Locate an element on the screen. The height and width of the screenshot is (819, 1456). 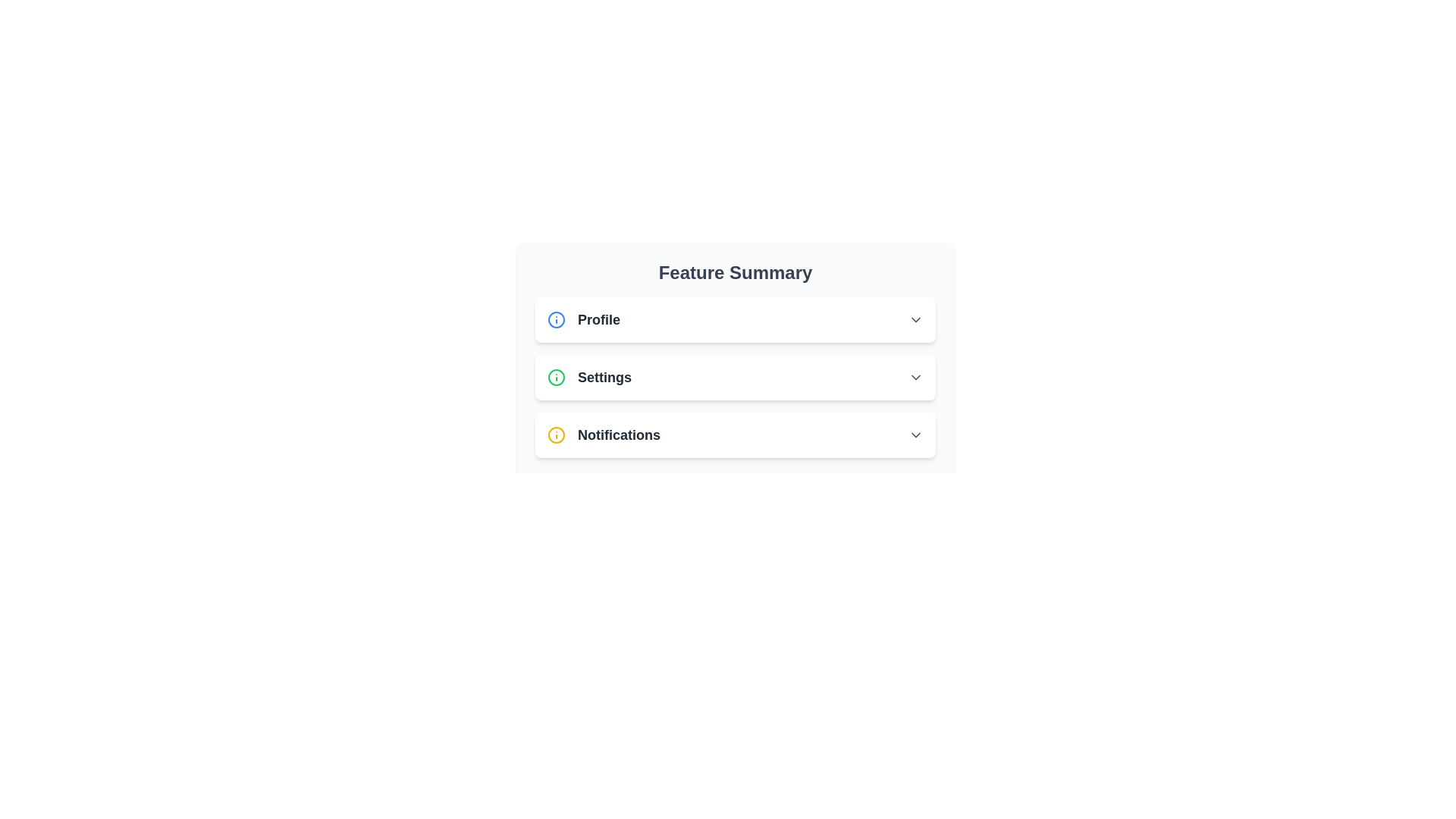
the downward-facing chevron icon located at the far right of the 'Notifications' section is located at coordinates (915, 435).